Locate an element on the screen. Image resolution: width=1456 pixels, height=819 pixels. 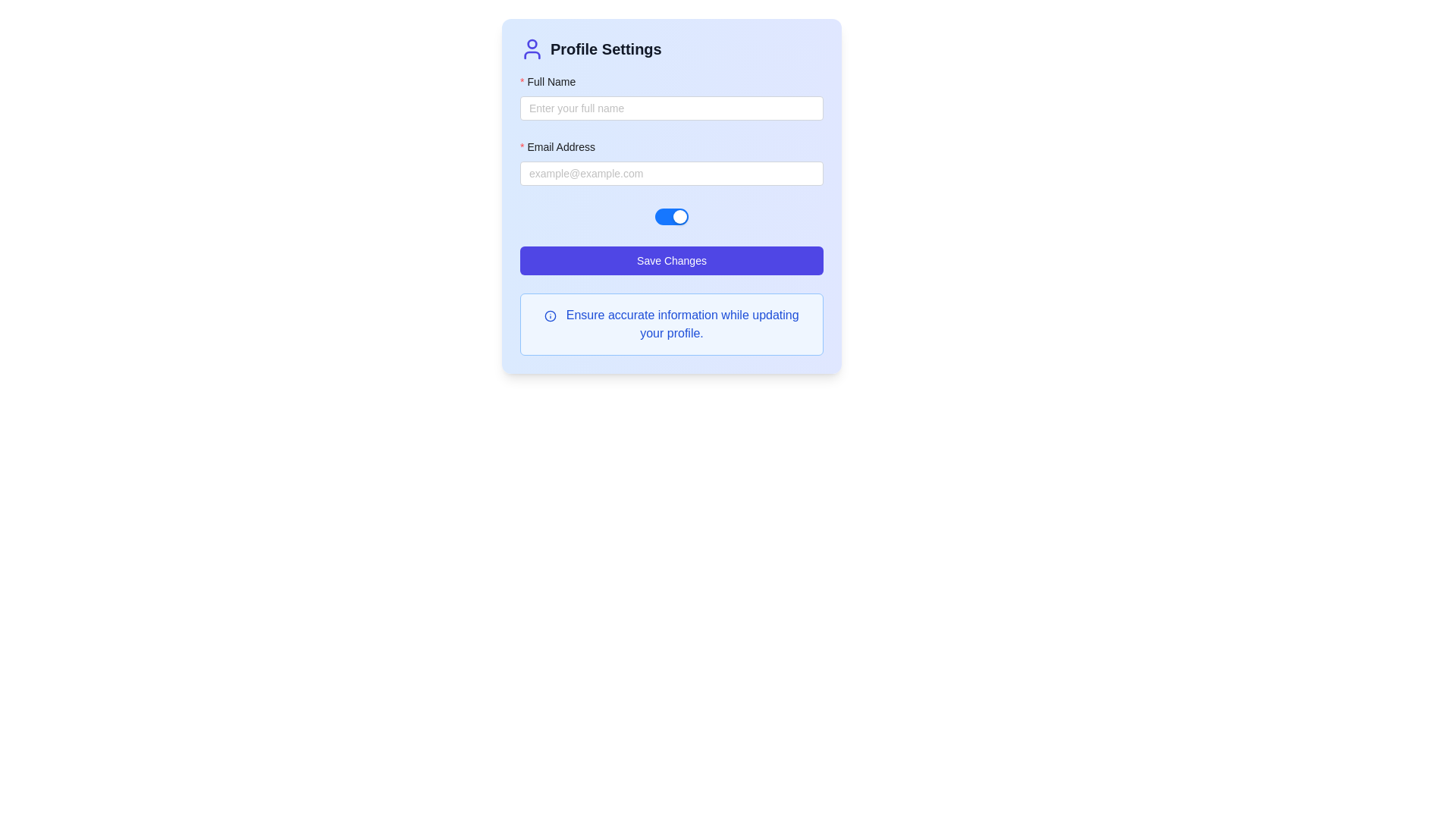
the label that provides guidance for the email input field, which is located below the 'Full Name' section and above the email text box is located at coordinates (562, 146).